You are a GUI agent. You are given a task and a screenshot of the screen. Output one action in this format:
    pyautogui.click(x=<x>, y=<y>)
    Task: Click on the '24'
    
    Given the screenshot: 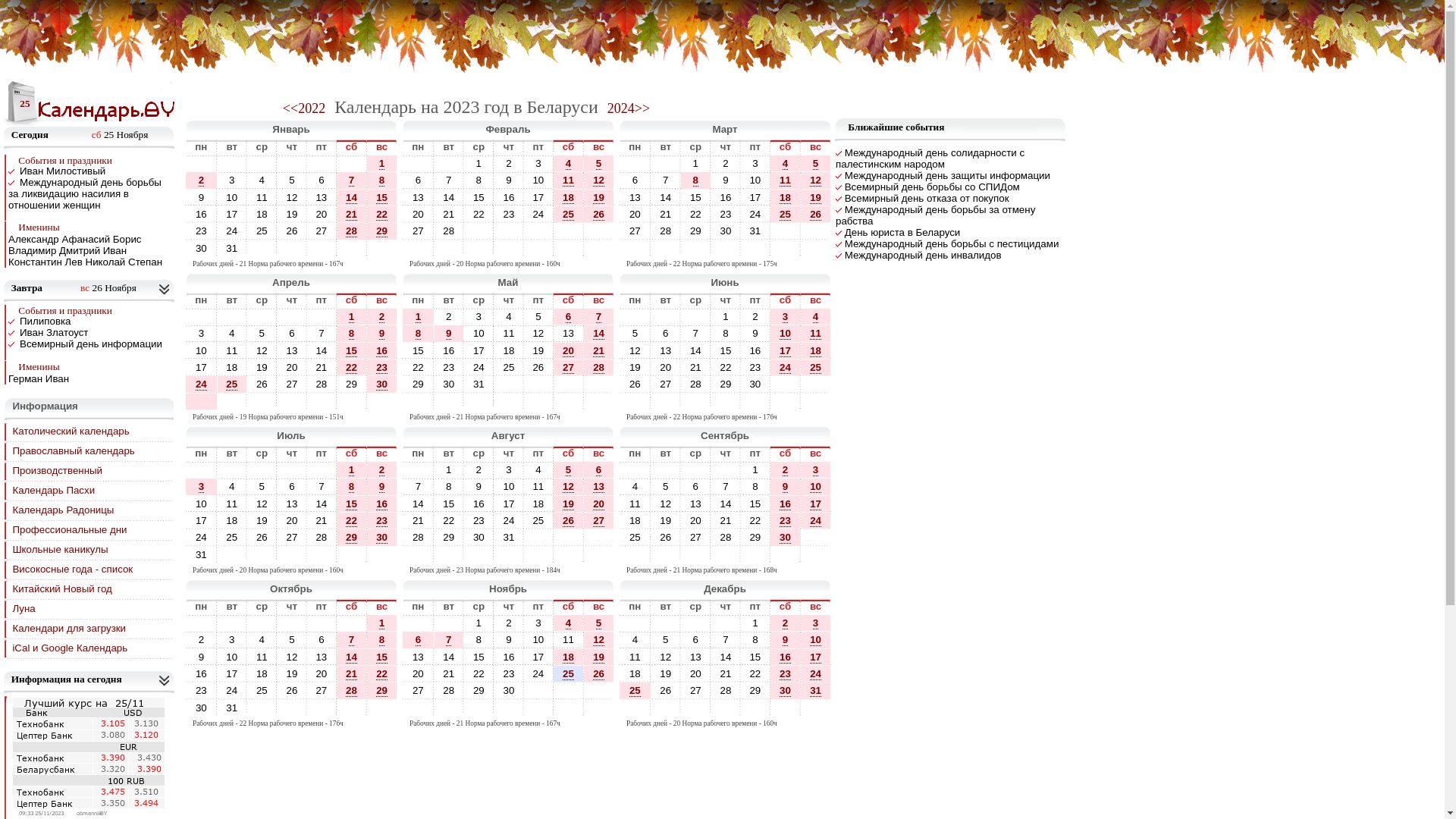 What is the action you would take?
    pyautogui.click(x=478, y=367)
    